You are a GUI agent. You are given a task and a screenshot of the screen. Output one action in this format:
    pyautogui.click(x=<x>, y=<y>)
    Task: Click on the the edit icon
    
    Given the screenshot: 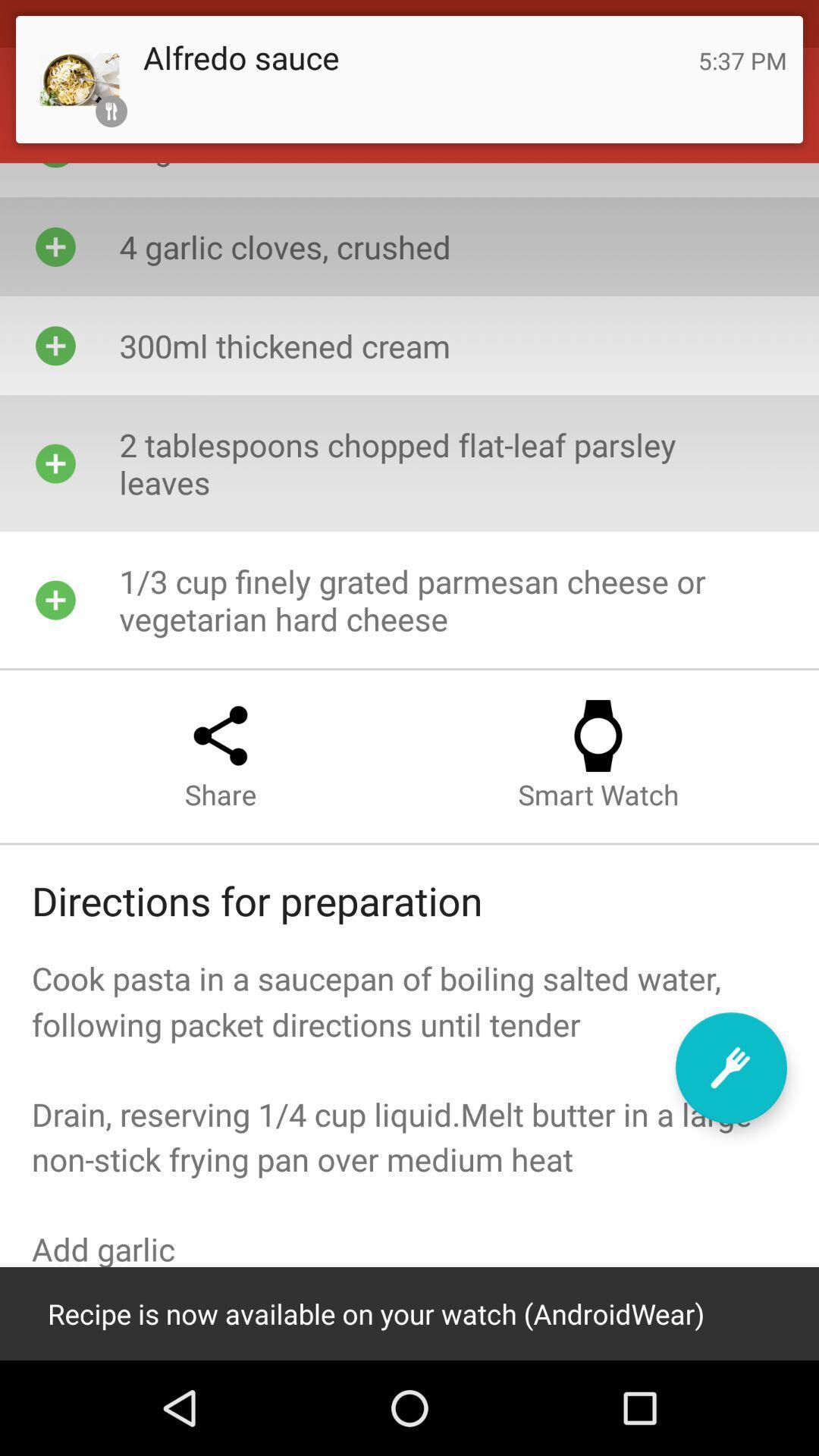 What is the action you would take?
    pyautogui.click(x=730, y=1067)
    